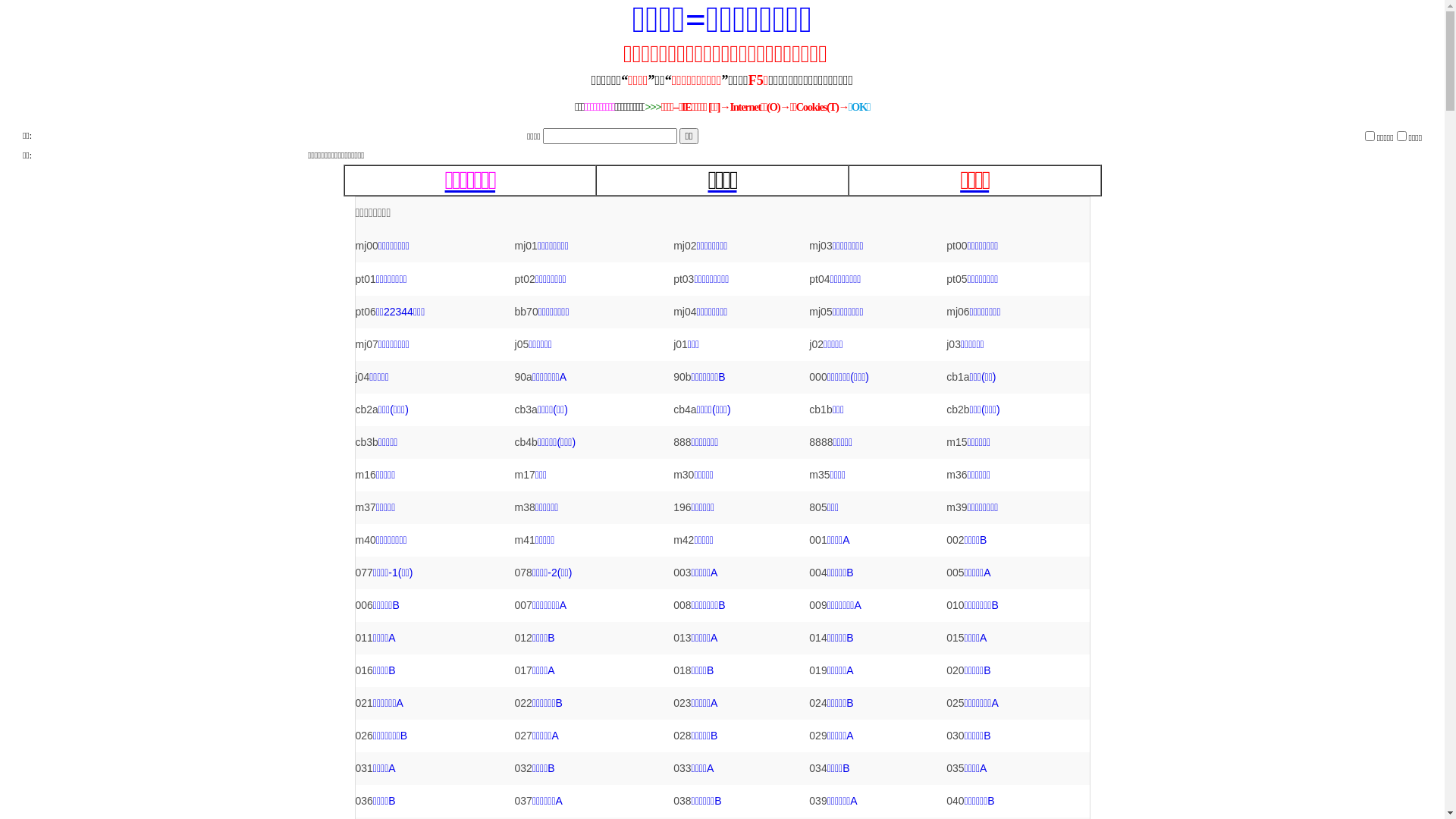 The width and height of the screenshot is (1456, 819). Describe the element at coordinates (514, 669) in the screenshot. I see `'017'` at that location.